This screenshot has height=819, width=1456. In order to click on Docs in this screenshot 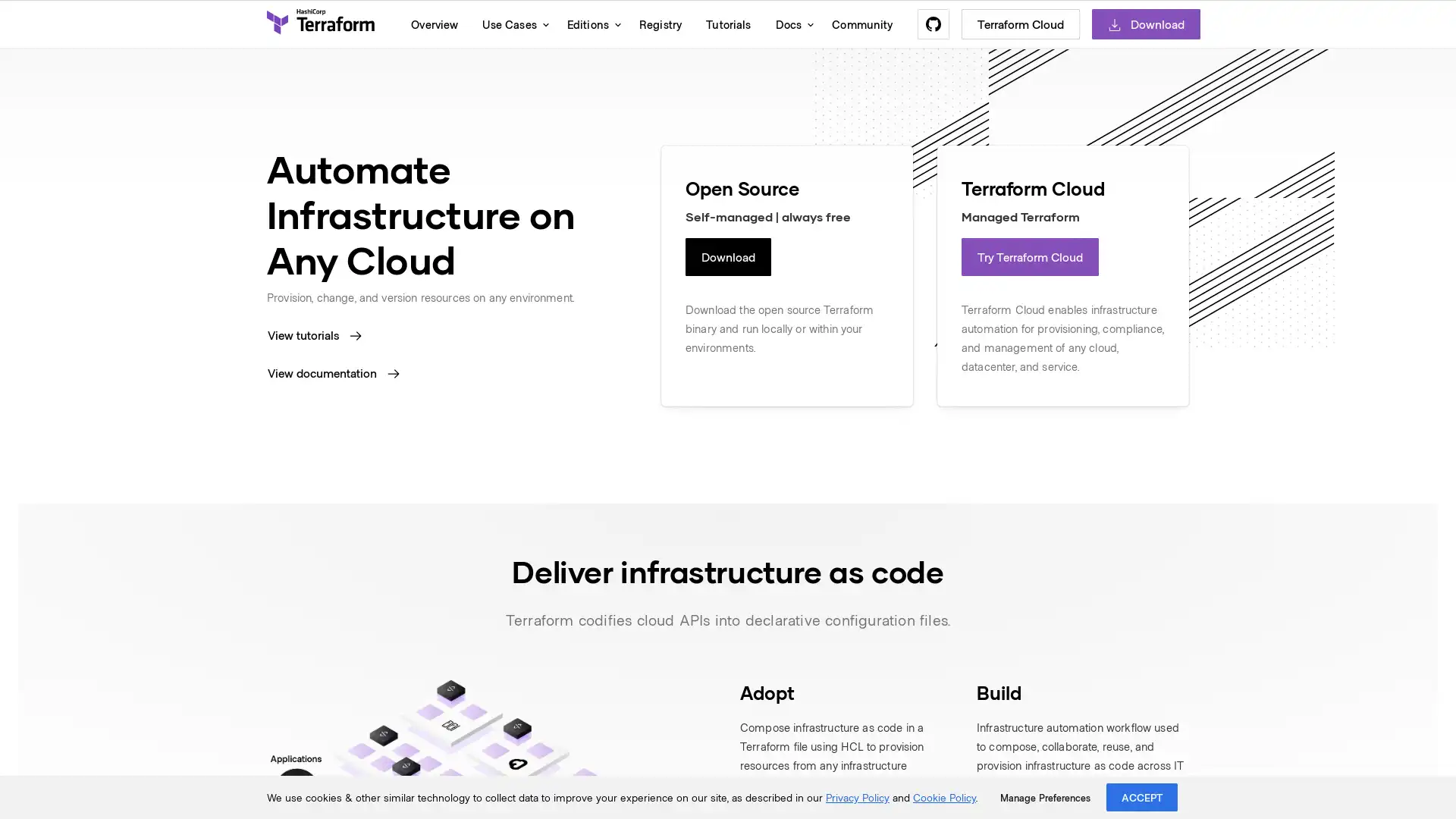, I will do `click(790, 24)`.